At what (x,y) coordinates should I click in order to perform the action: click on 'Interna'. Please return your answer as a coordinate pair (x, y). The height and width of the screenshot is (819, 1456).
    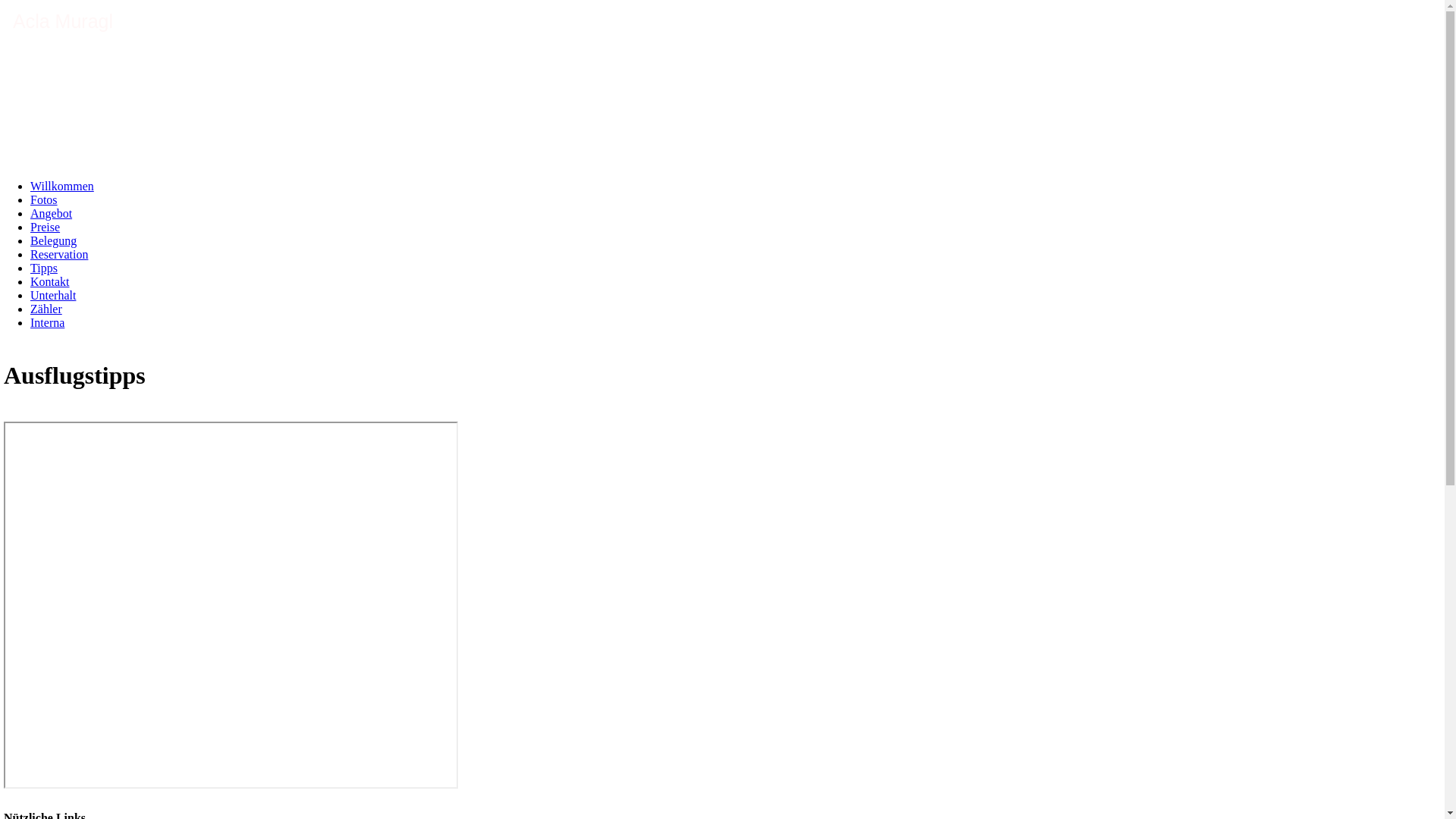
    Looking at the image, I should click on (47, 322).